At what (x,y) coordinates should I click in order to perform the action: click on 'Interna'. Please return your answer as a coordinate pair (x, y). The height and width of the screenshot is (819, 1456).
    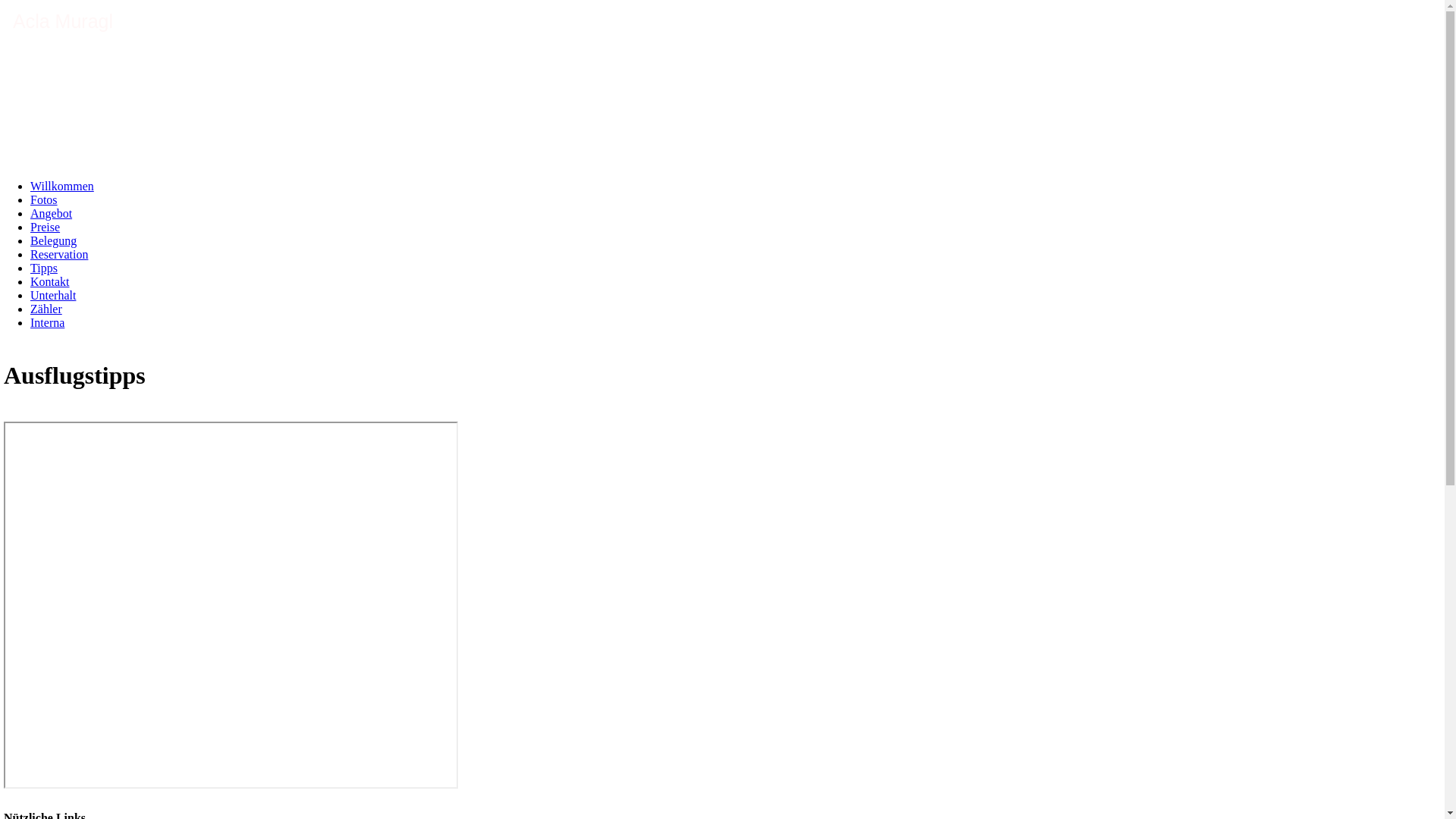
    Looking at the image, I should click on (47, 322).